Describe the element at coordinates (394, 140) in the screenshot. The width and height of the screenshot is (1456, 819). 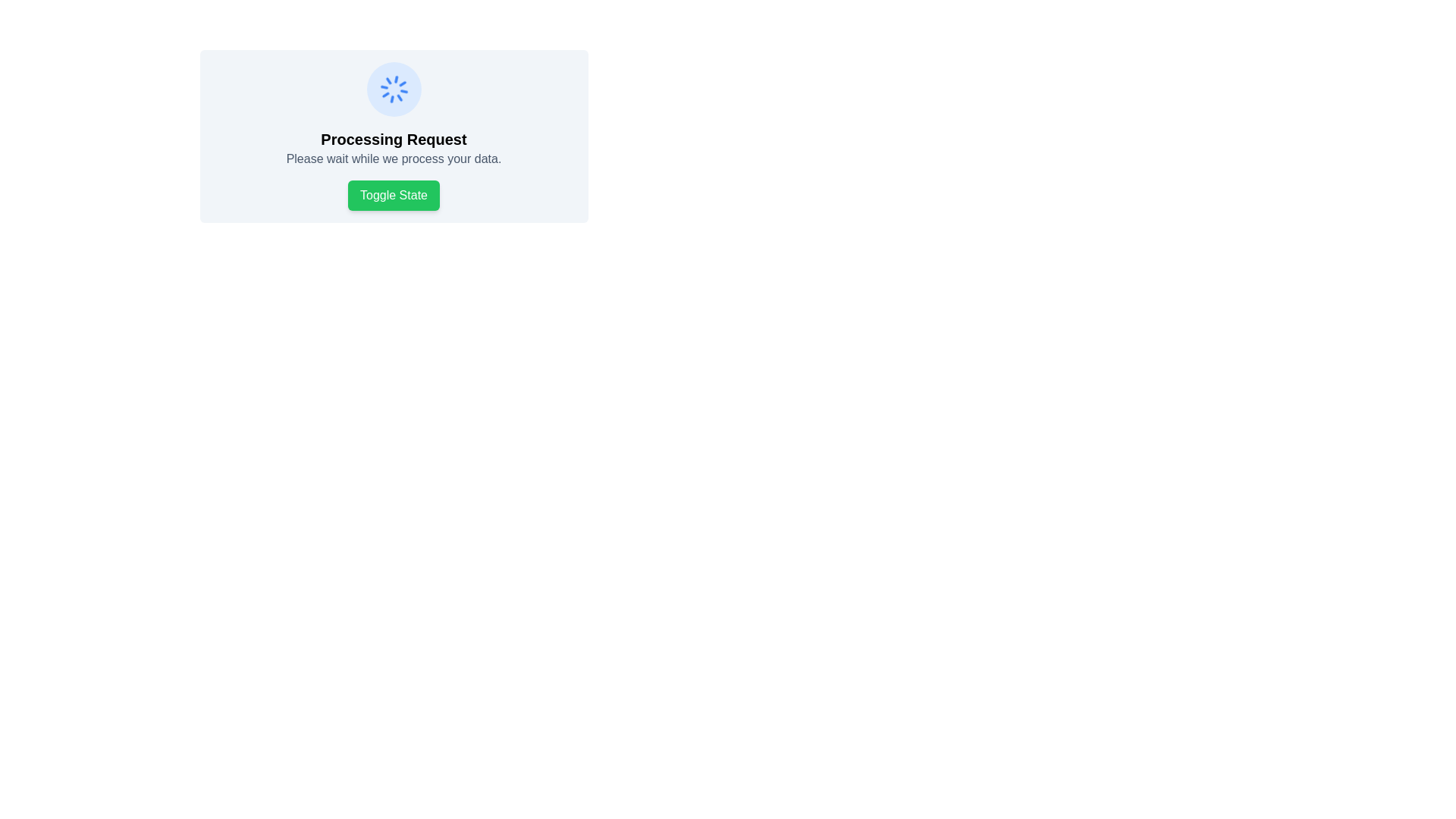
I see `the static text label indicating that a process is currently ongoing, which is positioned below a spinning loader and above a 'Please wait while we process your data.' text element` at that location.